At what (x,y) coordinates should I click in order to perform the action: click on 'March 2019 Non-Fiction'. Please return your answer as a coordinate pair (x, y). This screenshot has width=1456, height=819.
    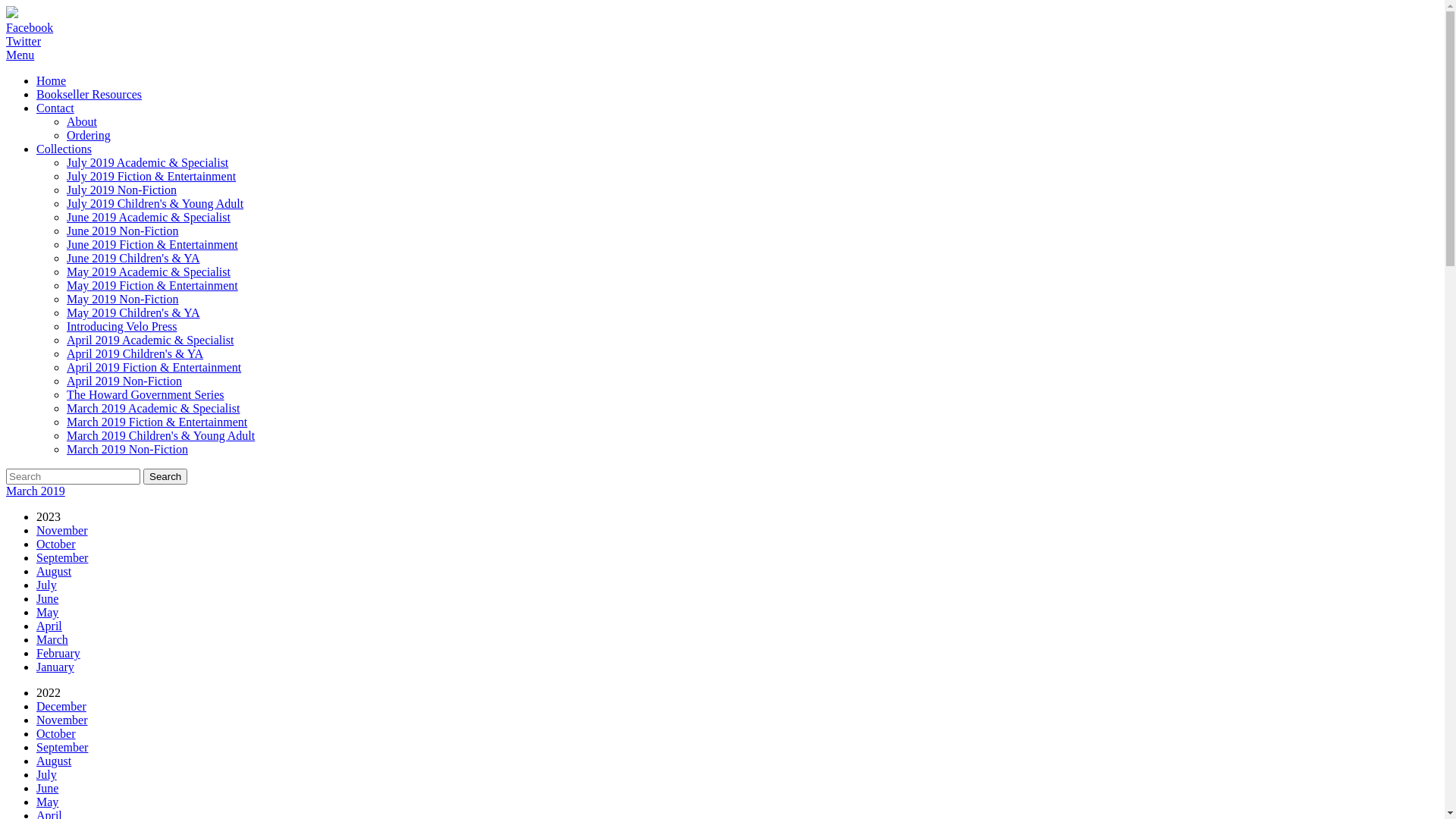
    Looking at the image, I should click on (127, 448).